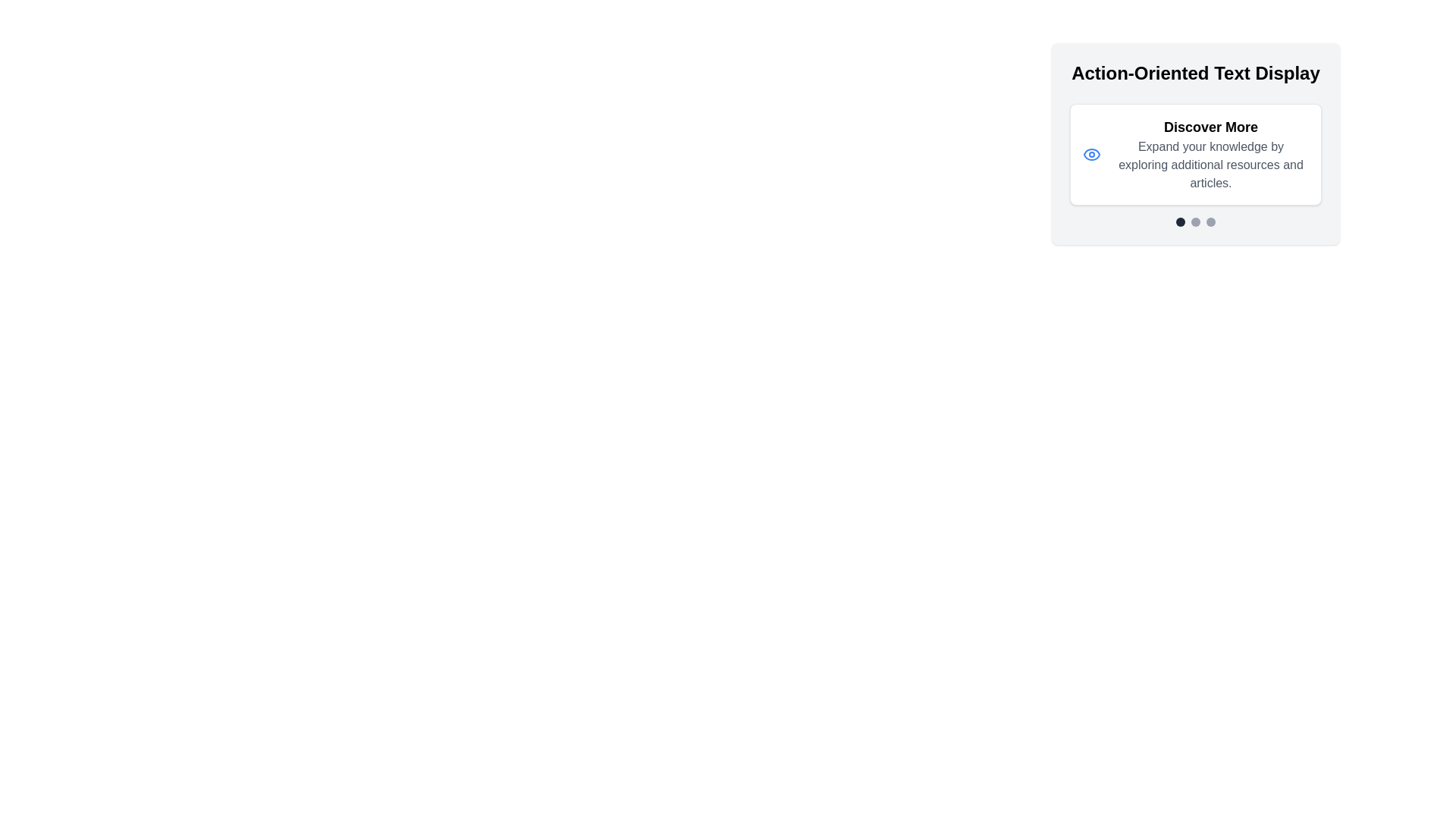  Describe the element at coordinates (1092, 155) in the screenshot. I see `the eye icon located to the left of the main heading and descriptive text within the 'Discover More' card` at that location.